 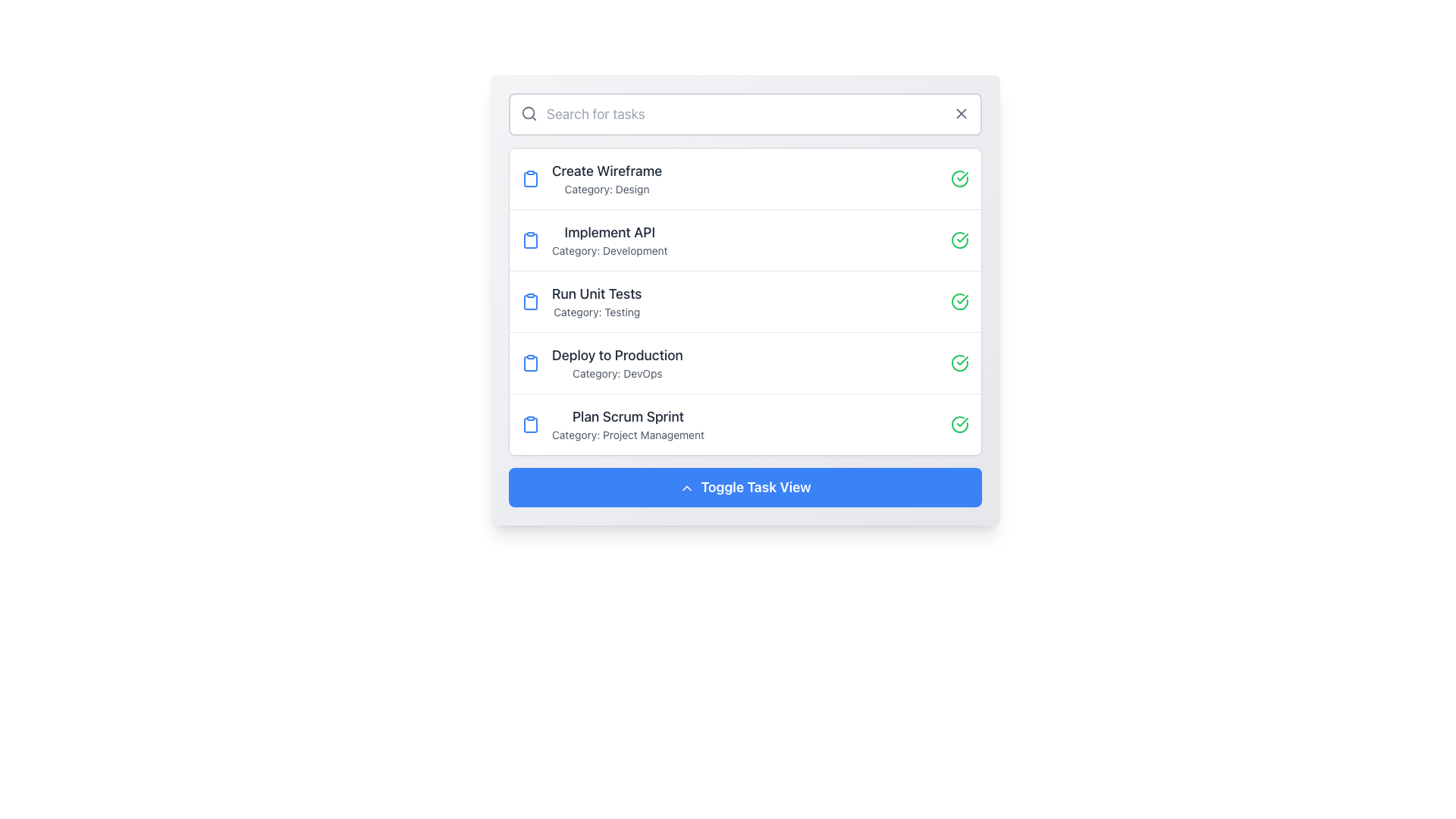 What do you see at coordinates (617, 362) in the screenshot?
I see `the 'Deploy to Production' task in the fourth row of the task list, which is categorized under 'DevOps'` at bounding box center [617, 362].